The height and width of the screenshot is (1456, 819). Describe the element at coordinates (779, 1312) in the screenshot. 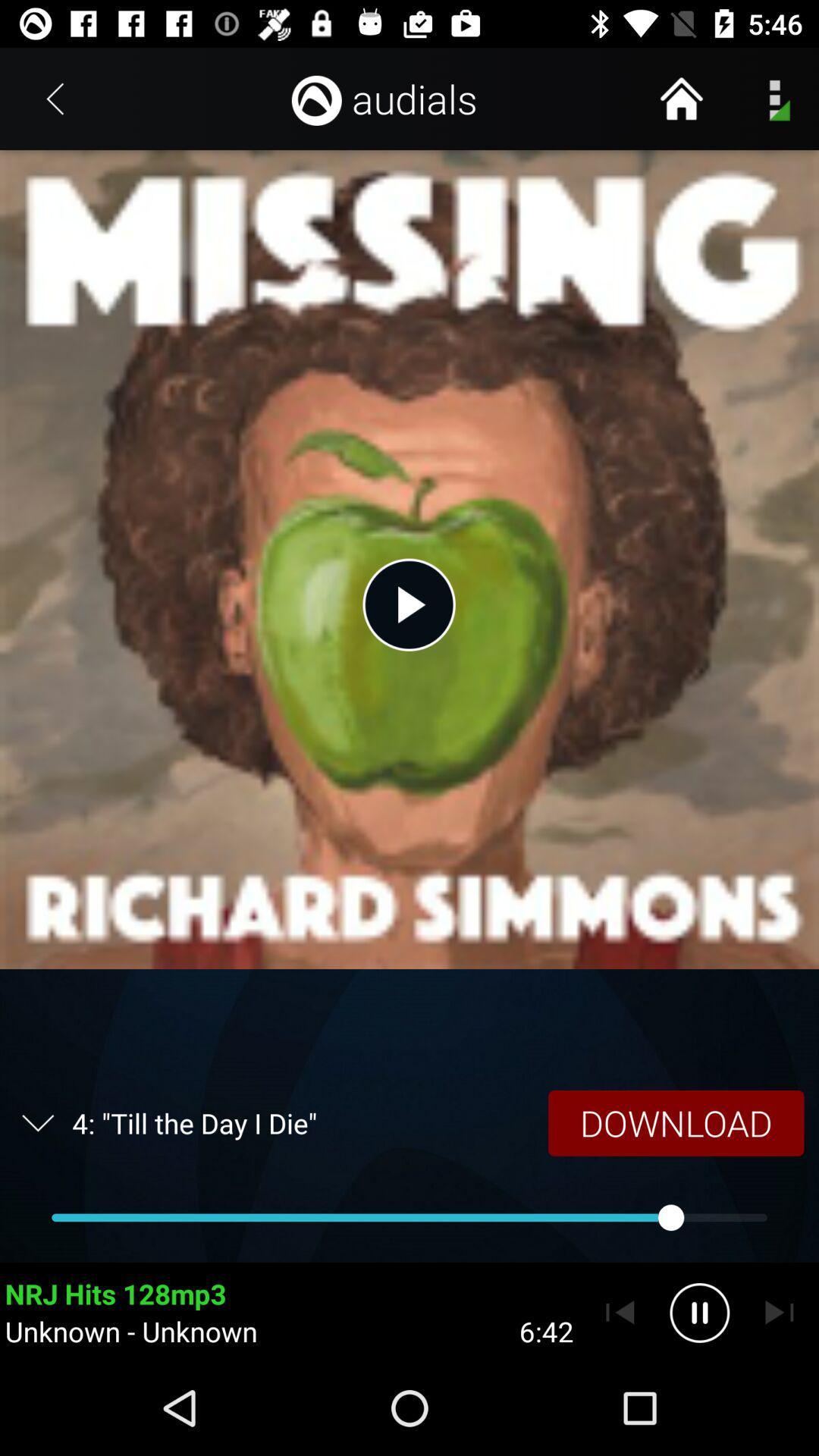

I see `next button` at that location.